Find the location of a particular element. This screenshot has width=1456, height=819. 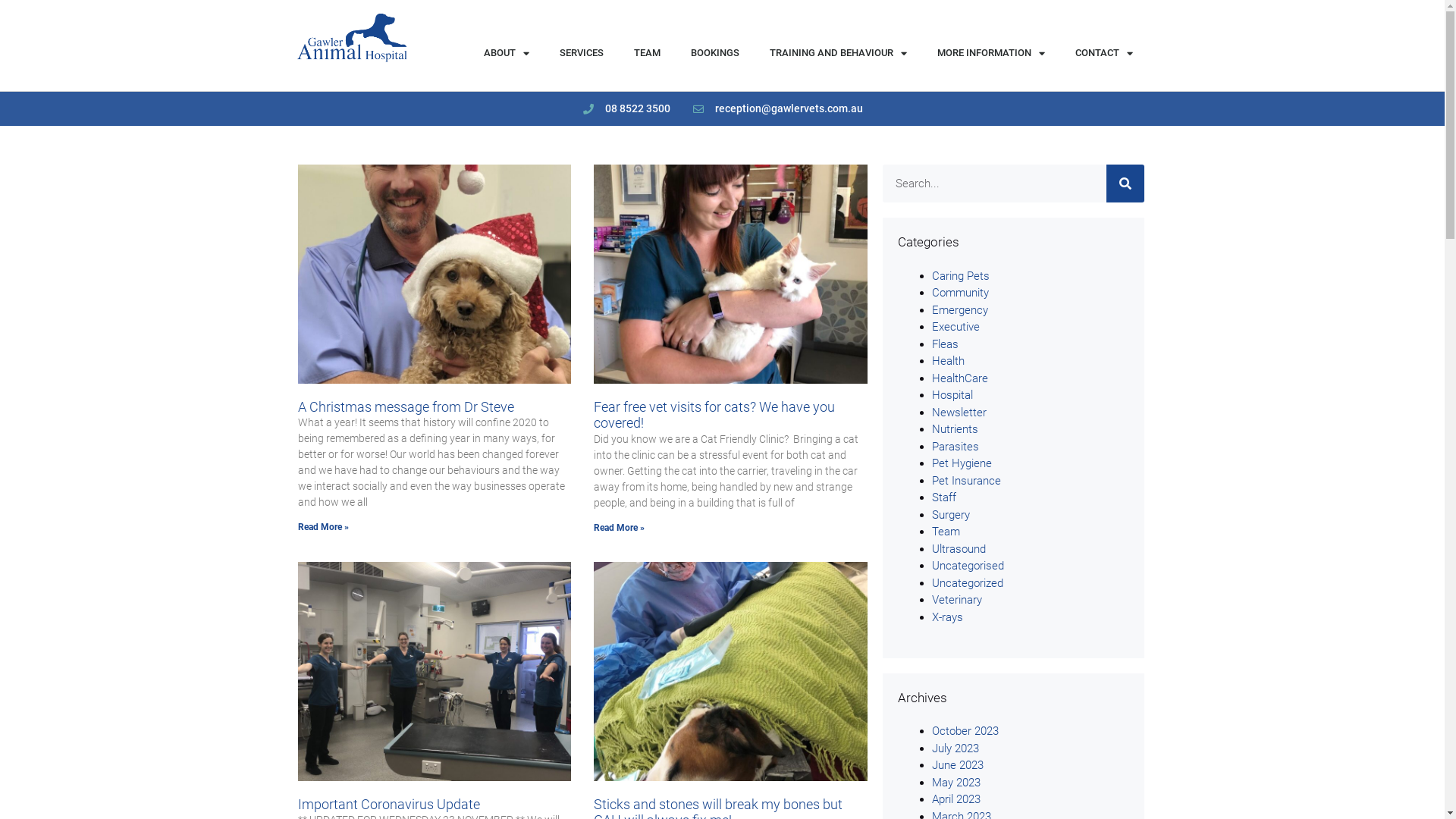

'Community' is located at coordinates (959, 292).